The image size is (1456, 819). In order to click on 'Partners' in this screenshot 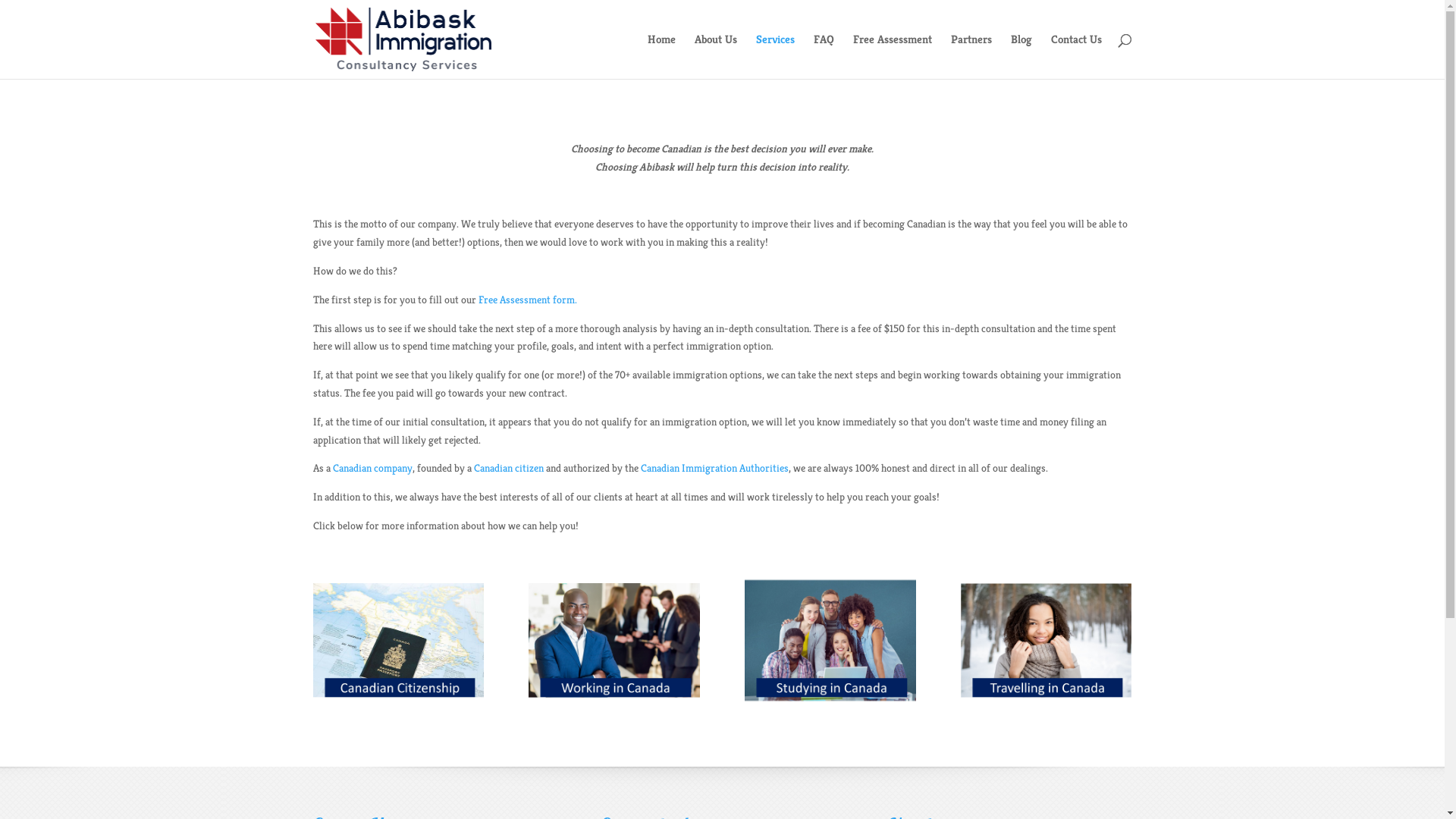, I will do `click(971, 55)`.